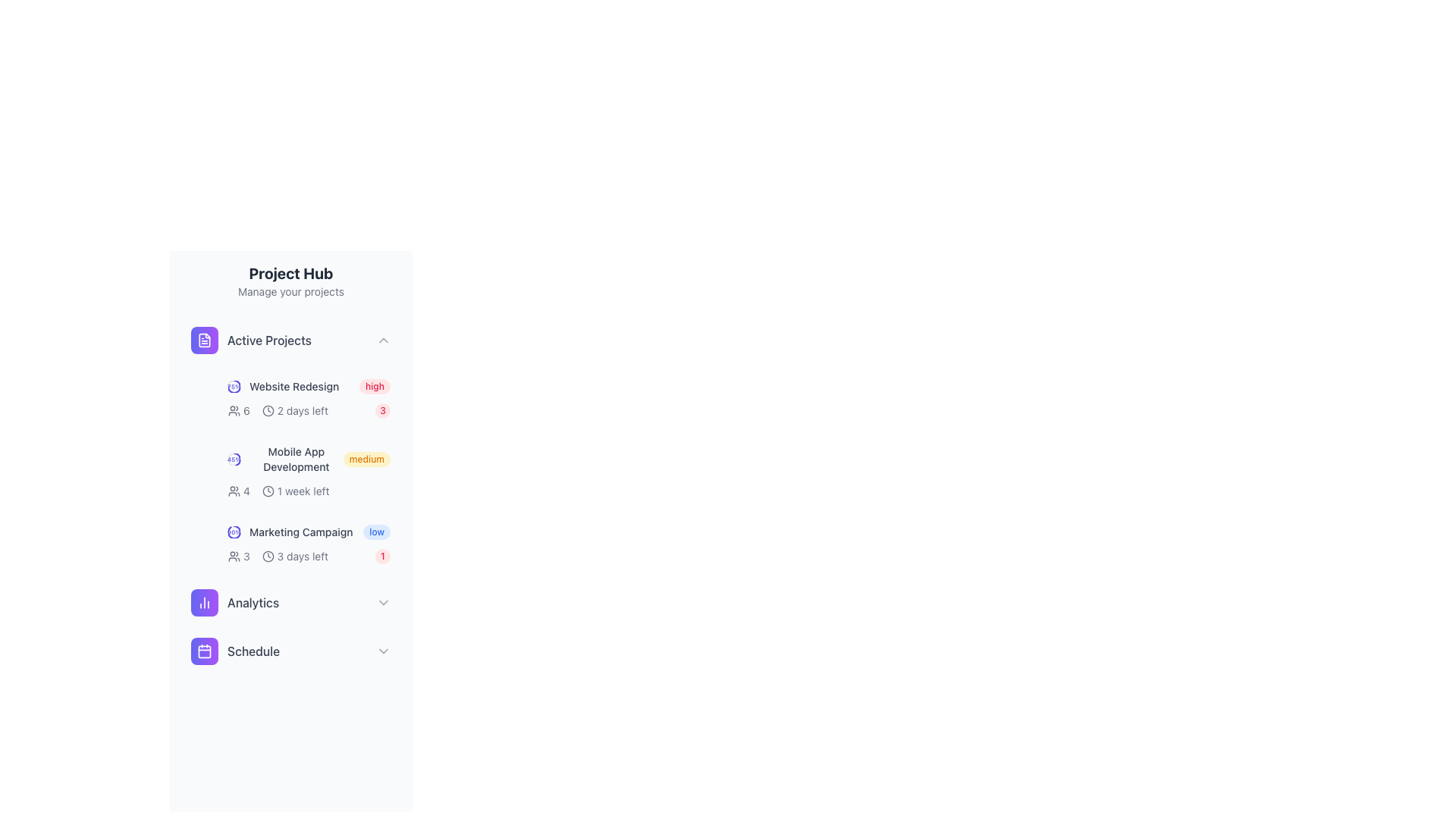  Describe the element at coordinates (203, 601) in the screenshot. I see `the vertical bar chart icon located in the 'Analytics' section of the side menu, which is positioned under 'Active Projects' and above 'Schedule'` at that location.